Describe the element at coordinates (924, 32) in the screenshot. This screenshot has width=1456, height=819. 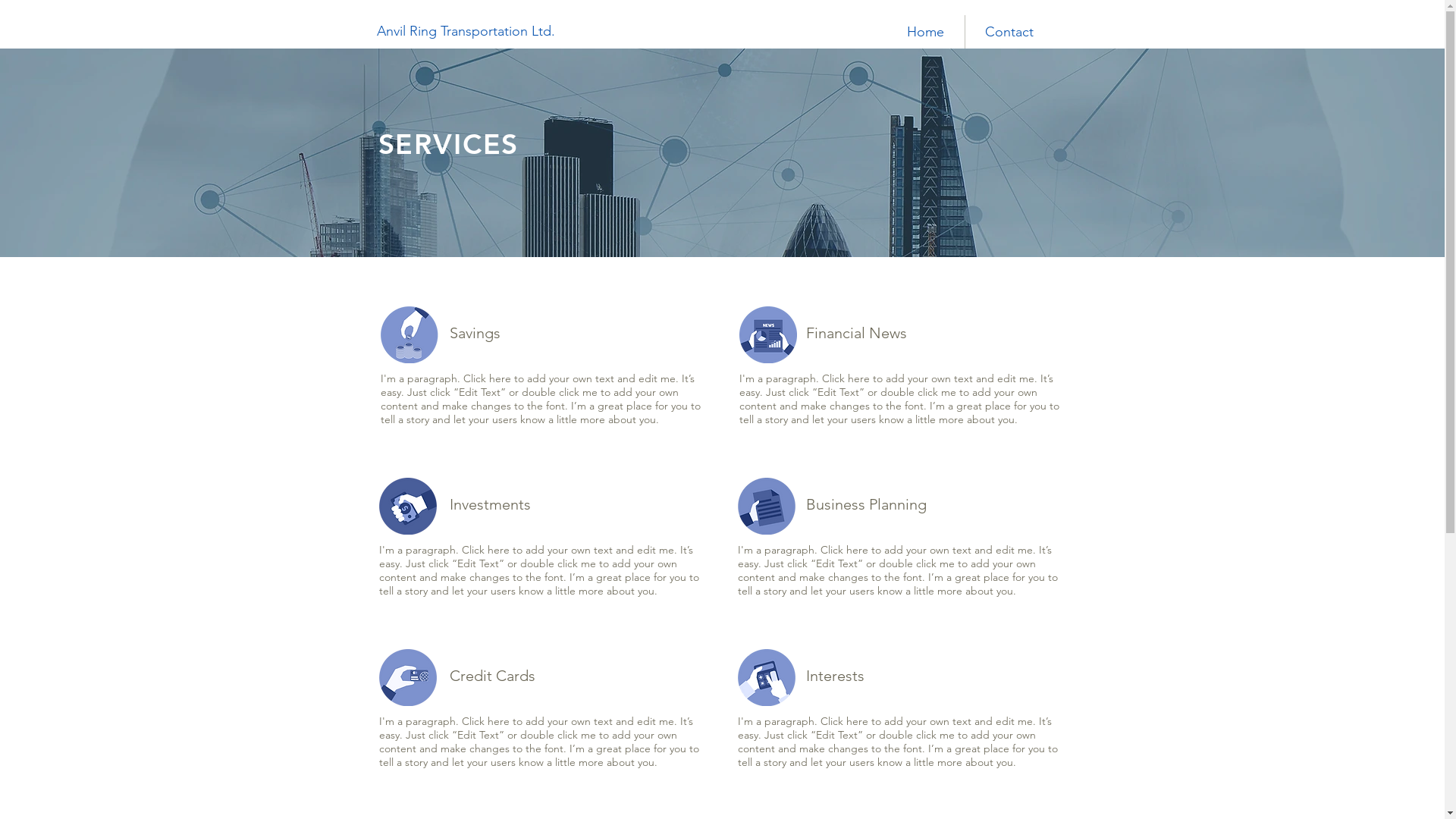
I see `'Home'` at that location.